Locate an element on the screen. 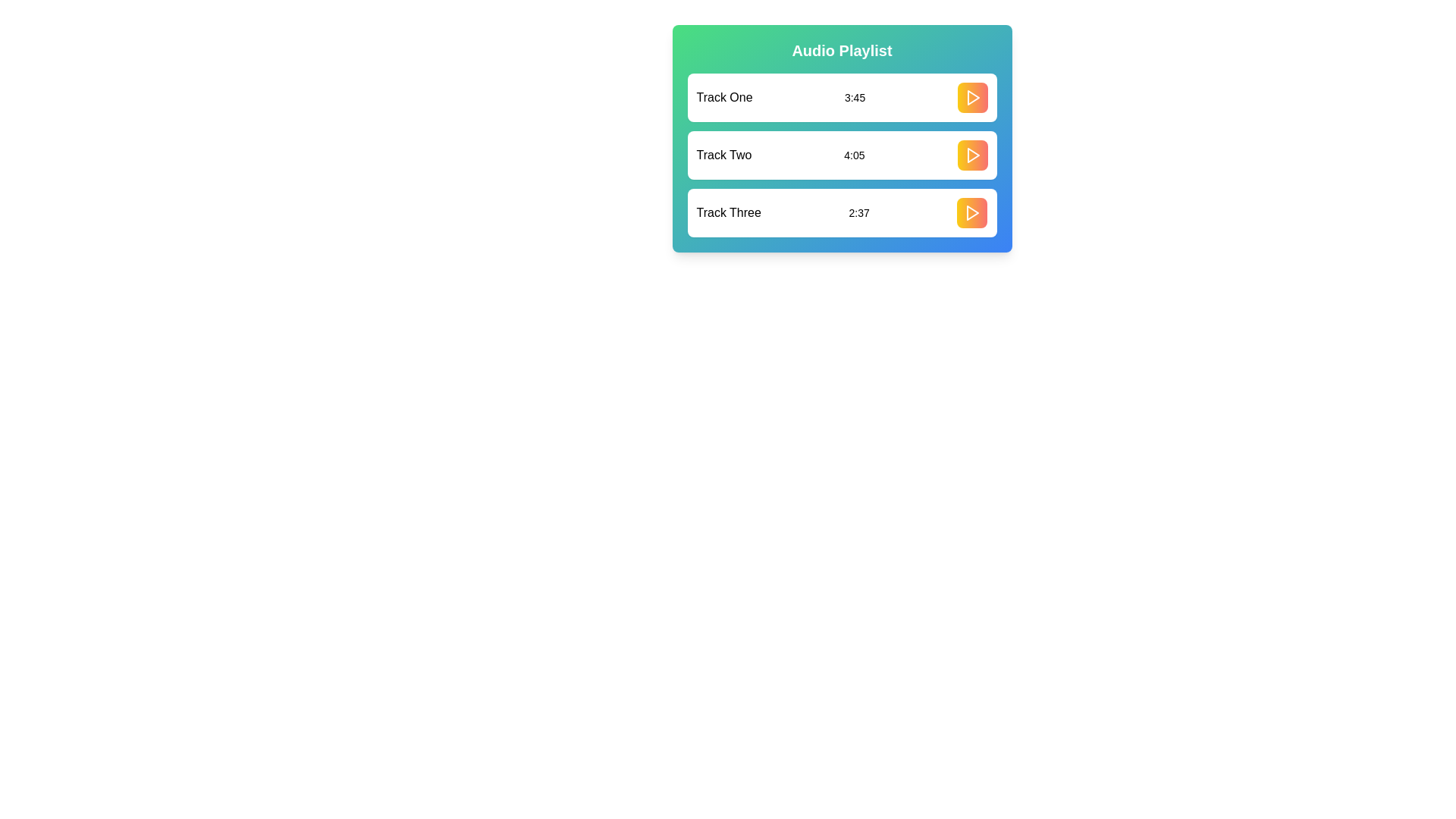 Image resolution: width=1456 pixels, height=819 pixels. the small gradient button with a white play icon in the third row of the audio playlist titled 'Track Three' to play the track is located at coordinates (971, 213).